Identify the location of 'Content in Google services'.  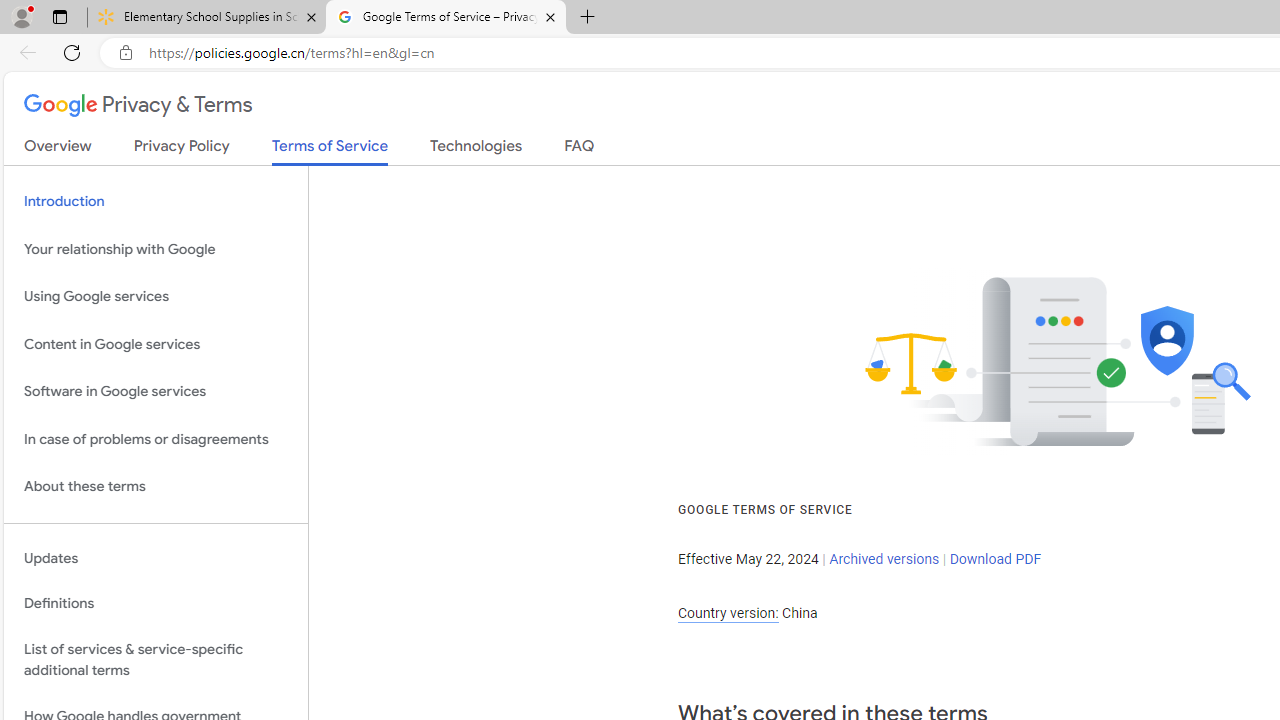
(155, 343).